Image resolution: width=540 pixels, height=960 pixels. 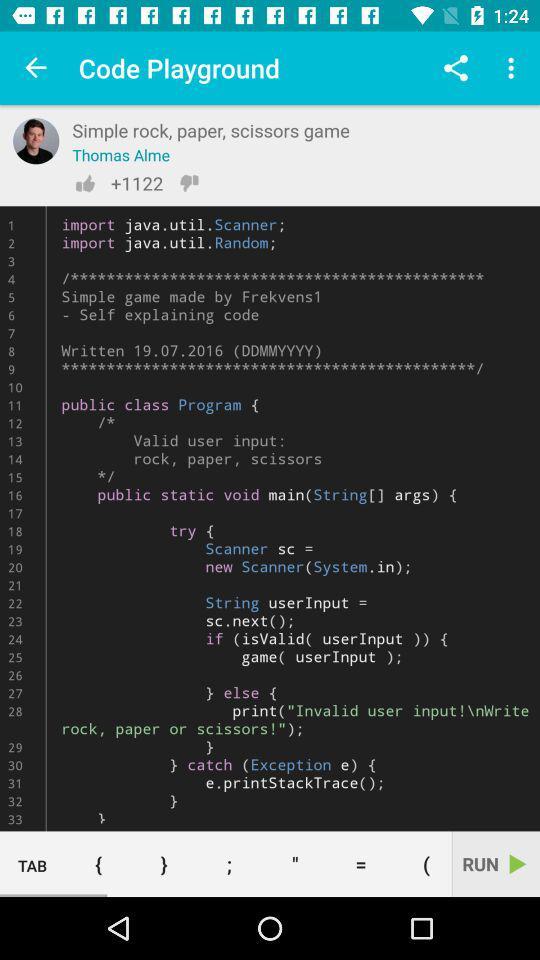 What do you see at coordinates (84, 183) in the screenshot?
I see `thumbs up the displayed set of code` at bounding box center [84, 183].